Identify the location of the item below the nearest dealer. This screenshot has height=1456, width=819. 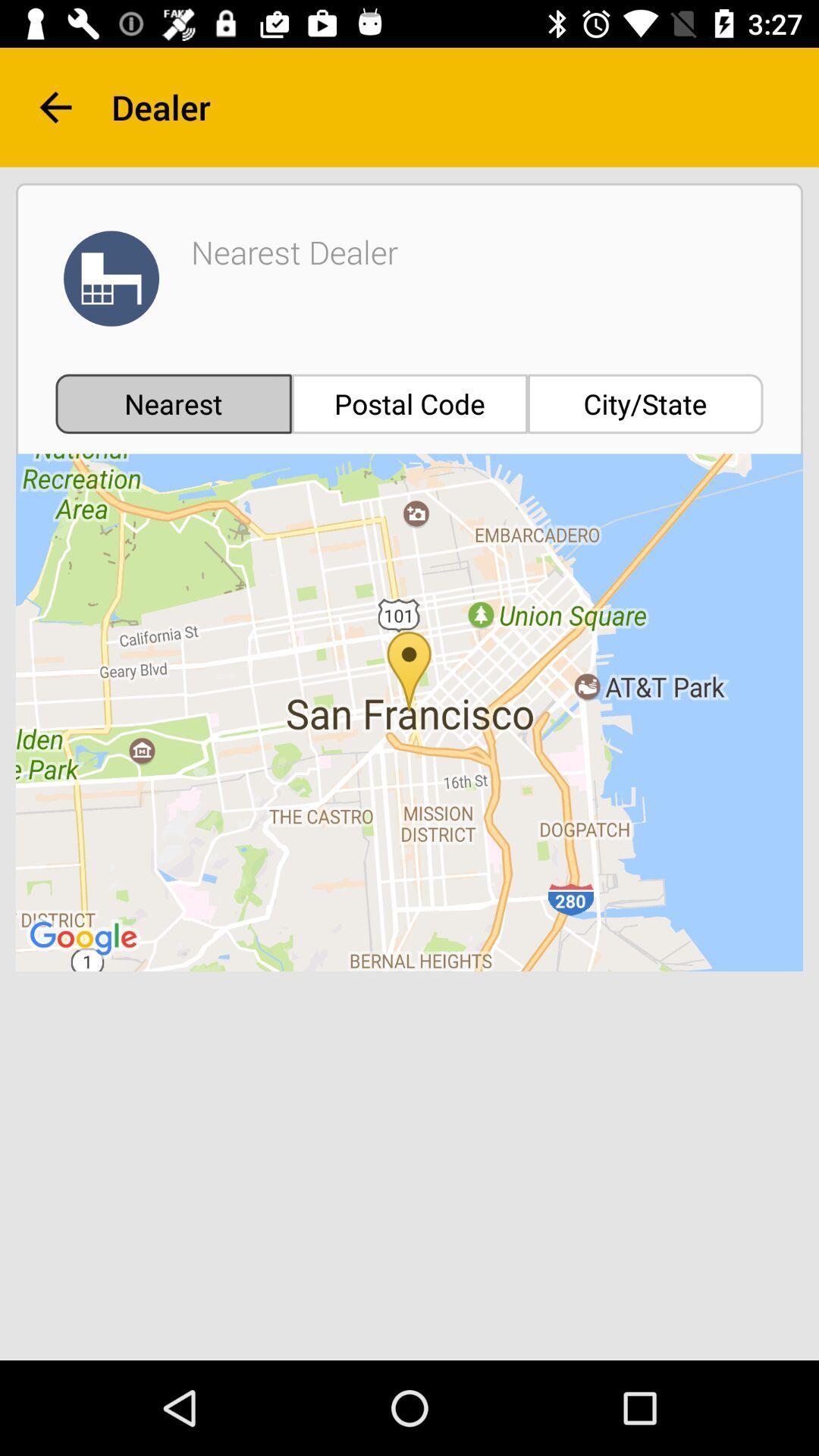
(409, 403).